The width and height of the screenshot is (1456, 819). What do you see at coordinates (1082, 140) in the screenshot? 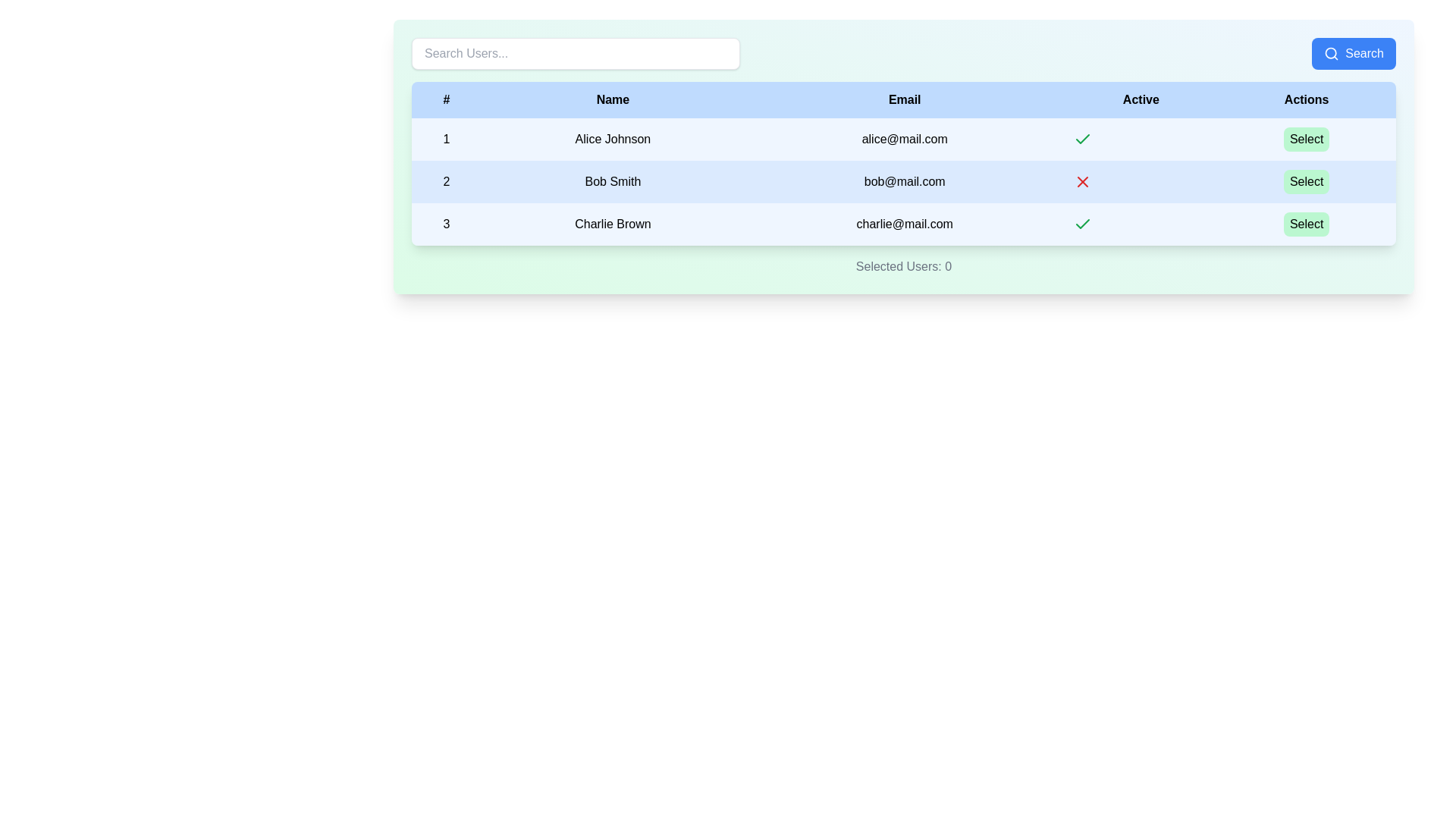
I see `the active status icon for user 'Alice Johnson', located in the 'Active' column of the first row of the table, which indicates that the user is marked as active` at bounding box center [1082, 140].